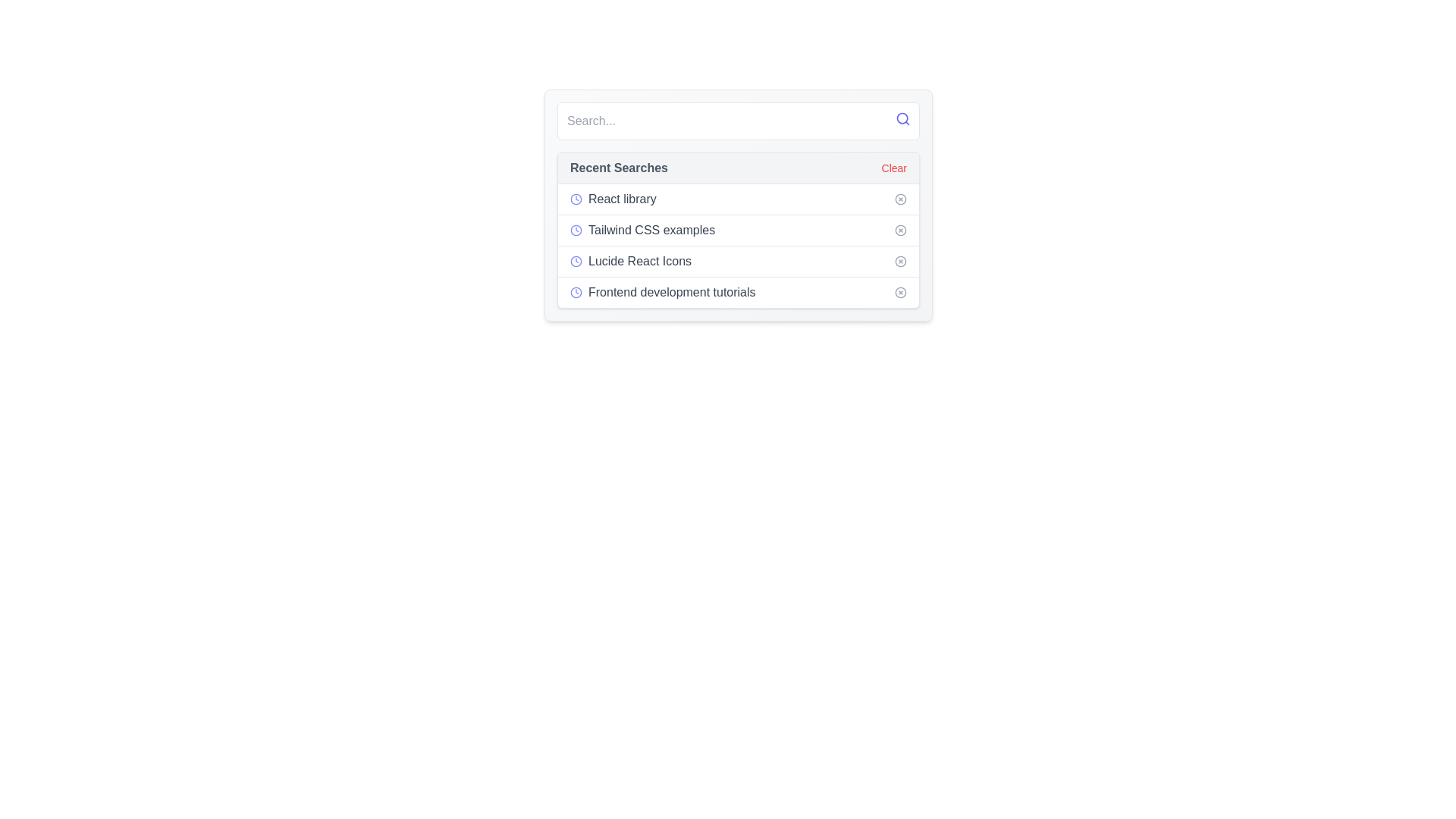 The image size is (1456, 819). Describe the element at coordinates (671, 292) in the screenshot. I see `the fourth entry in the 'Recent Searches' list, which displays a previous search term, to read its content` at that location.